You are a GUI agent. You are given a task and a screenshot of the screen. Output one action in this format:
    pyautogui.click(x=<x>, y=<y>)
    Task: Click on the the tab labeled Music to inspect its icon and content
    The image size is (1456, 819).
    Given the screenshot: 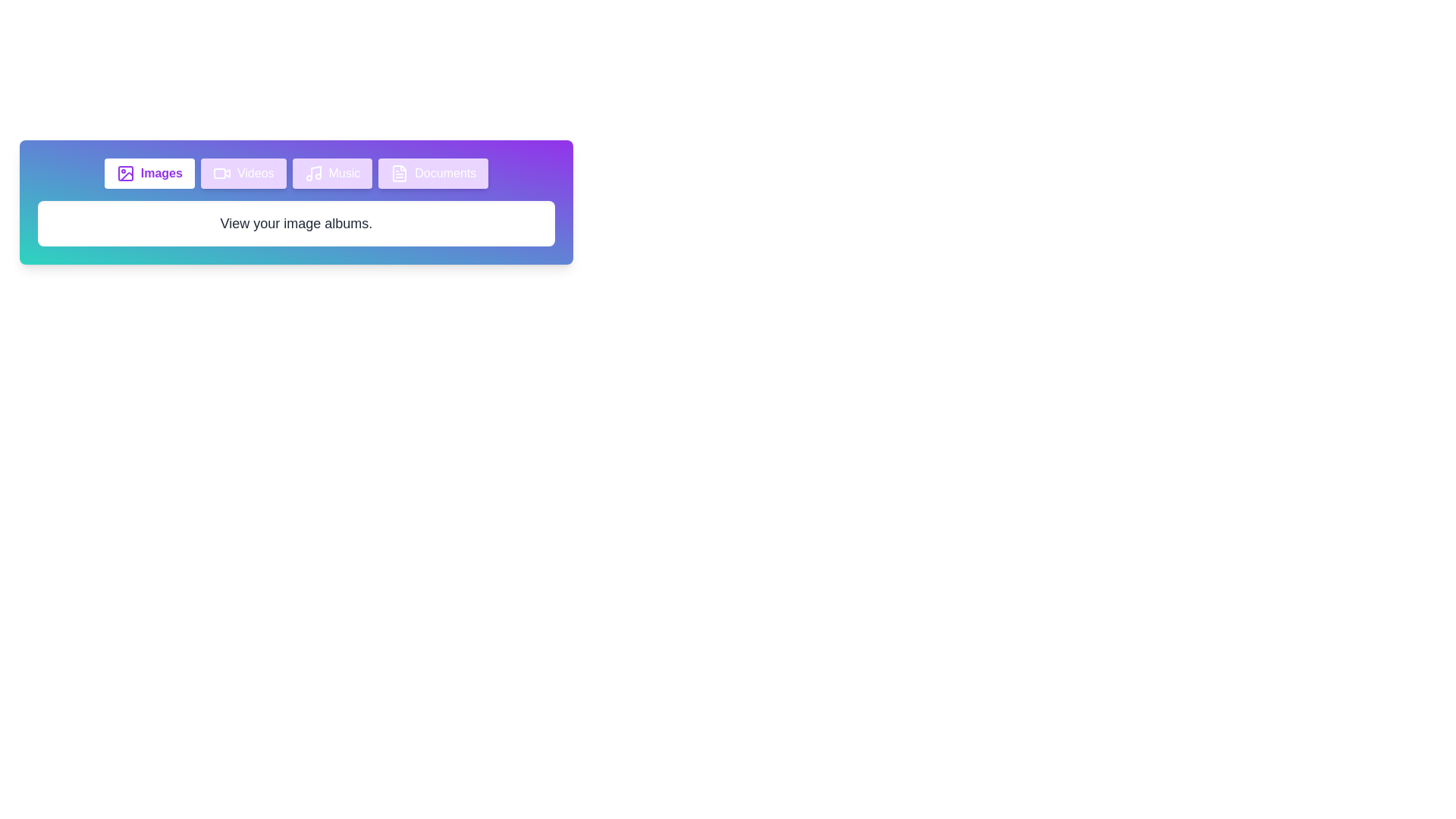 What is the action you would take?
    pyautogui.click(x=331, y=172)
    